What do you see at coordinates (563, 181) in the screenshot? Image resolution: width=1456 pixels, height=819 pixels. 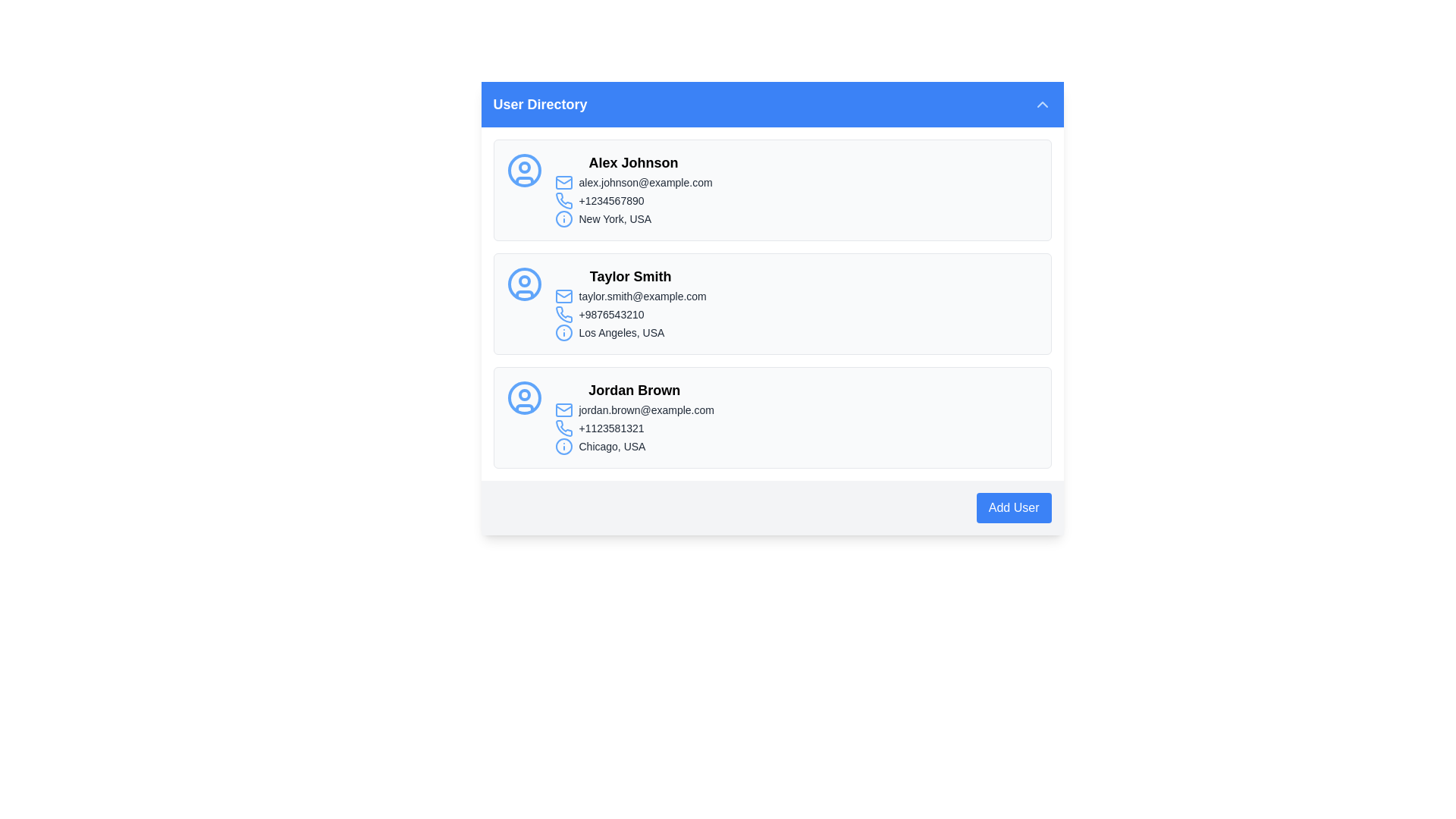 I see `the small blue rectangular shape with rounded corners that represents an envelope icon, located next to the text 'Alex Johnson' in the User Directory panel of the first card` at bounding box center [563, 181].